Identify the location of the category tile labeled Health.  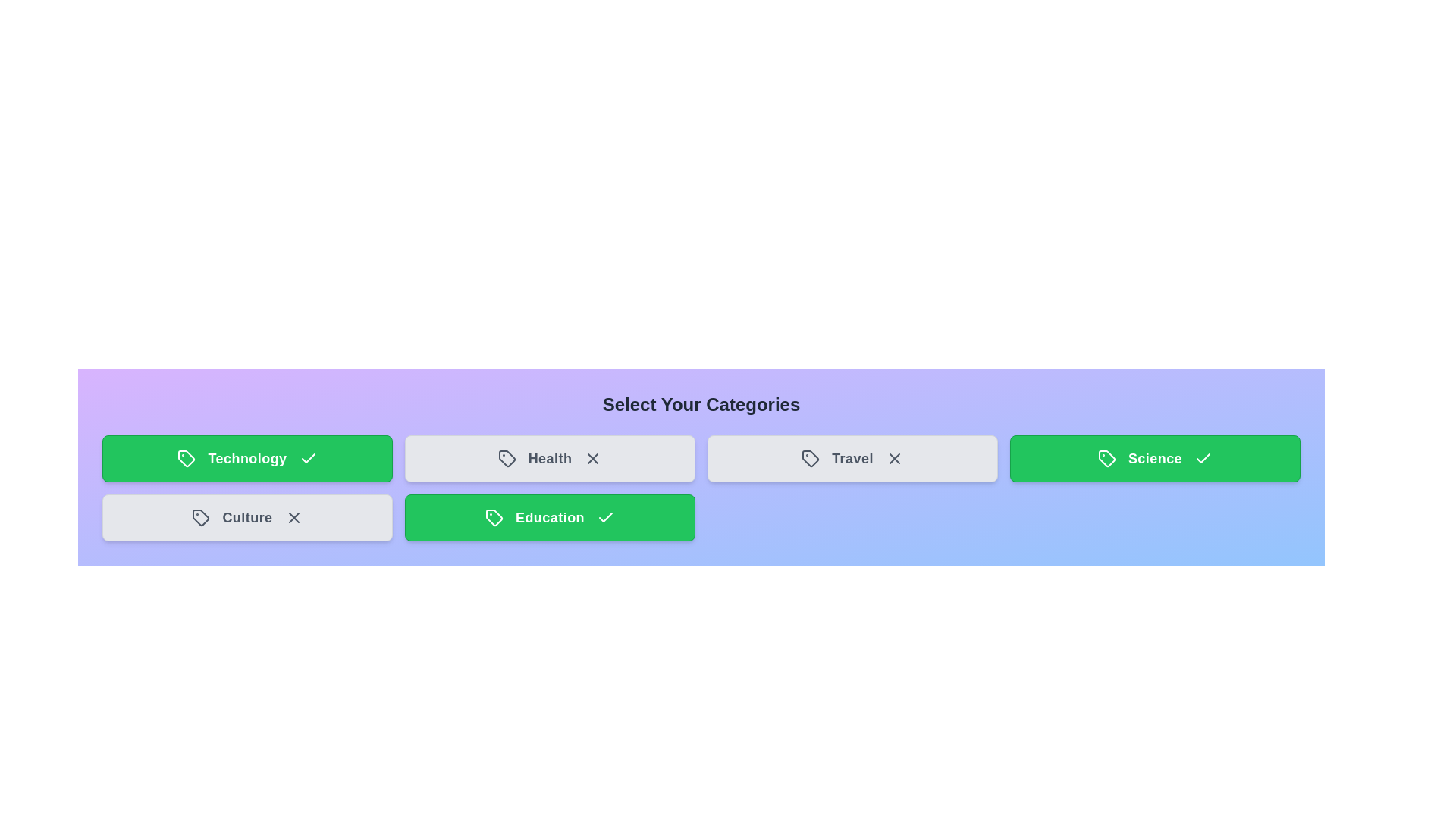
(549, 458).